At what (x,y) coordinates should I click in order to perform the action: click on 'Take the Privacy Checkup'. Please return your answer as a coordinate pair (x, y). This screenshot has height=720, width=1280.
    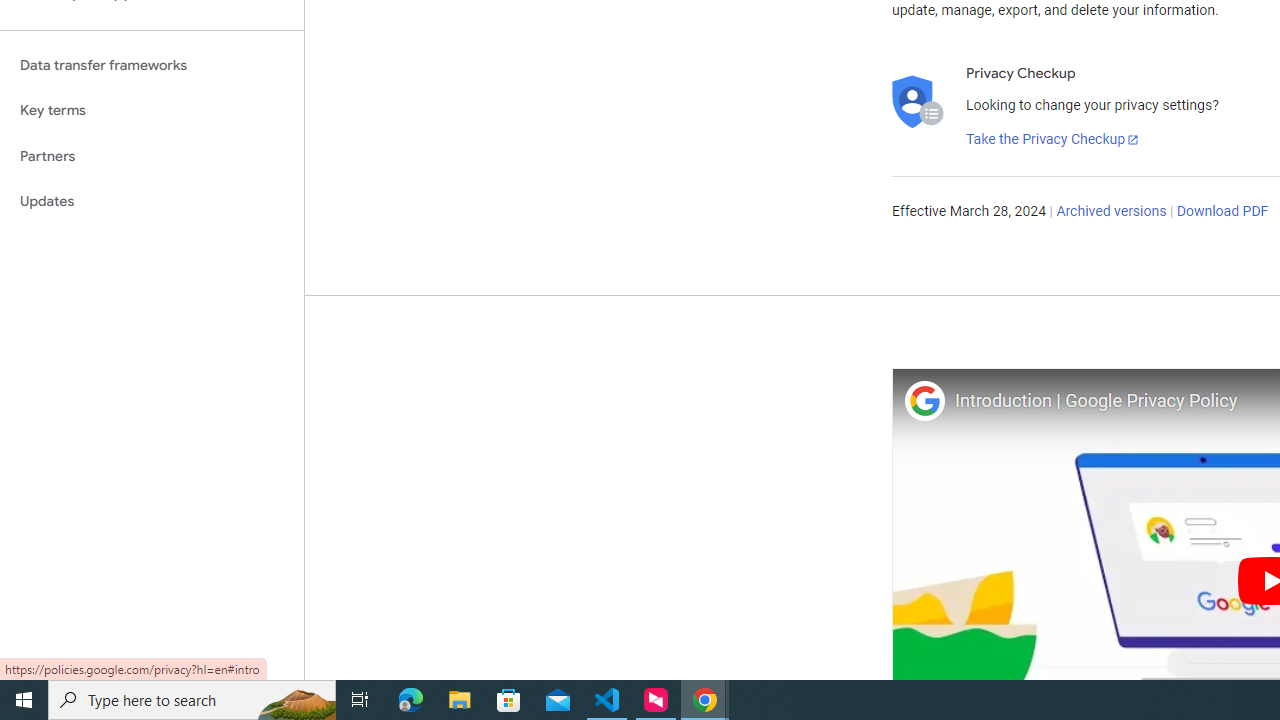
    Looking at the image, I should click on (1052, 139).